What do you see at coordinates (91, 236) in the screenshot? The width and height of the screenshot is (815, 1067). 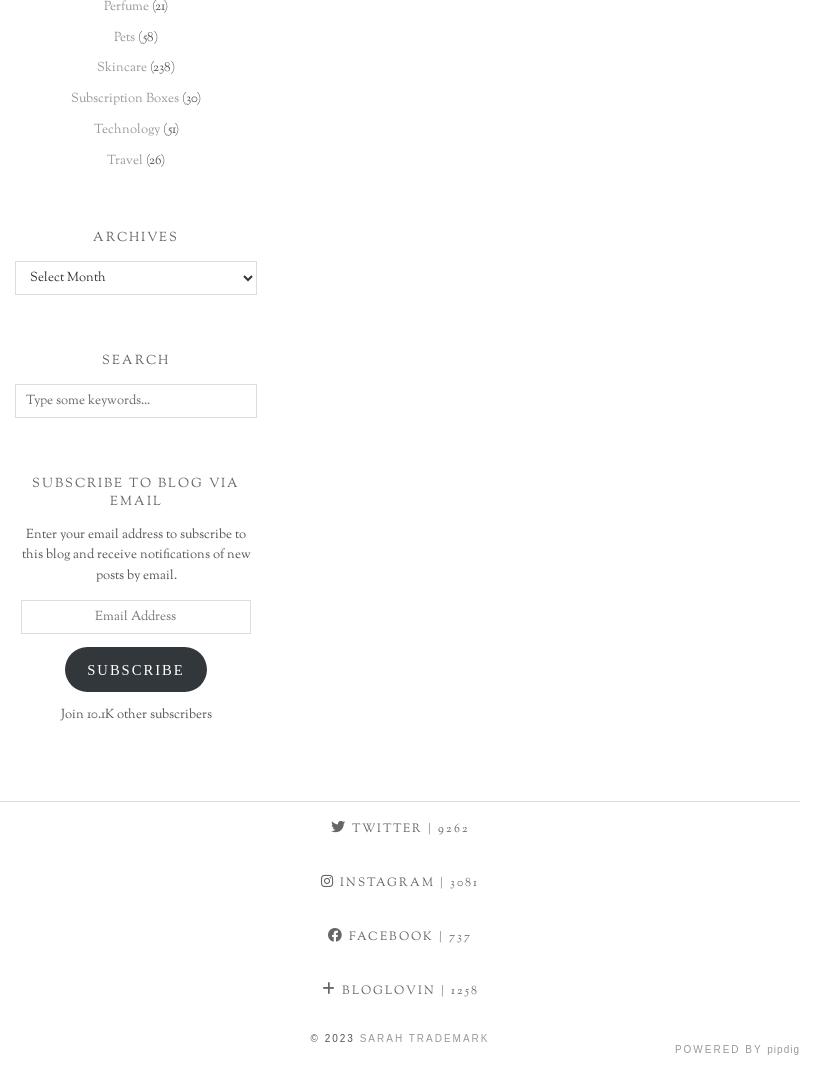 I see `'Archives'` at bounding box center [91, 236].